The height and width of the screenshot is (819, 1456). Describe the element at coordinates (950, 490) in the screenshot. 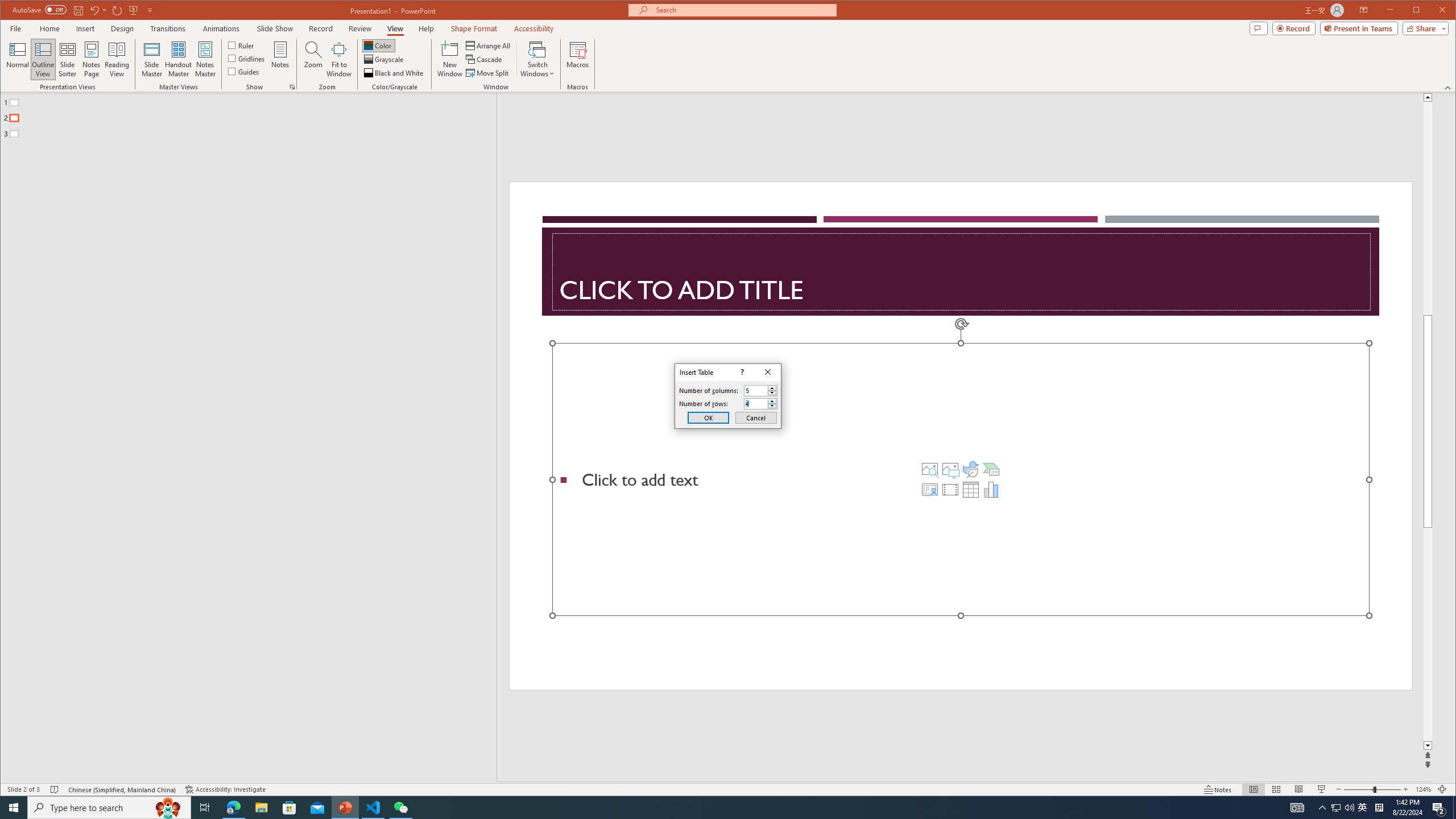

I see `'Insert Video'` at that location.